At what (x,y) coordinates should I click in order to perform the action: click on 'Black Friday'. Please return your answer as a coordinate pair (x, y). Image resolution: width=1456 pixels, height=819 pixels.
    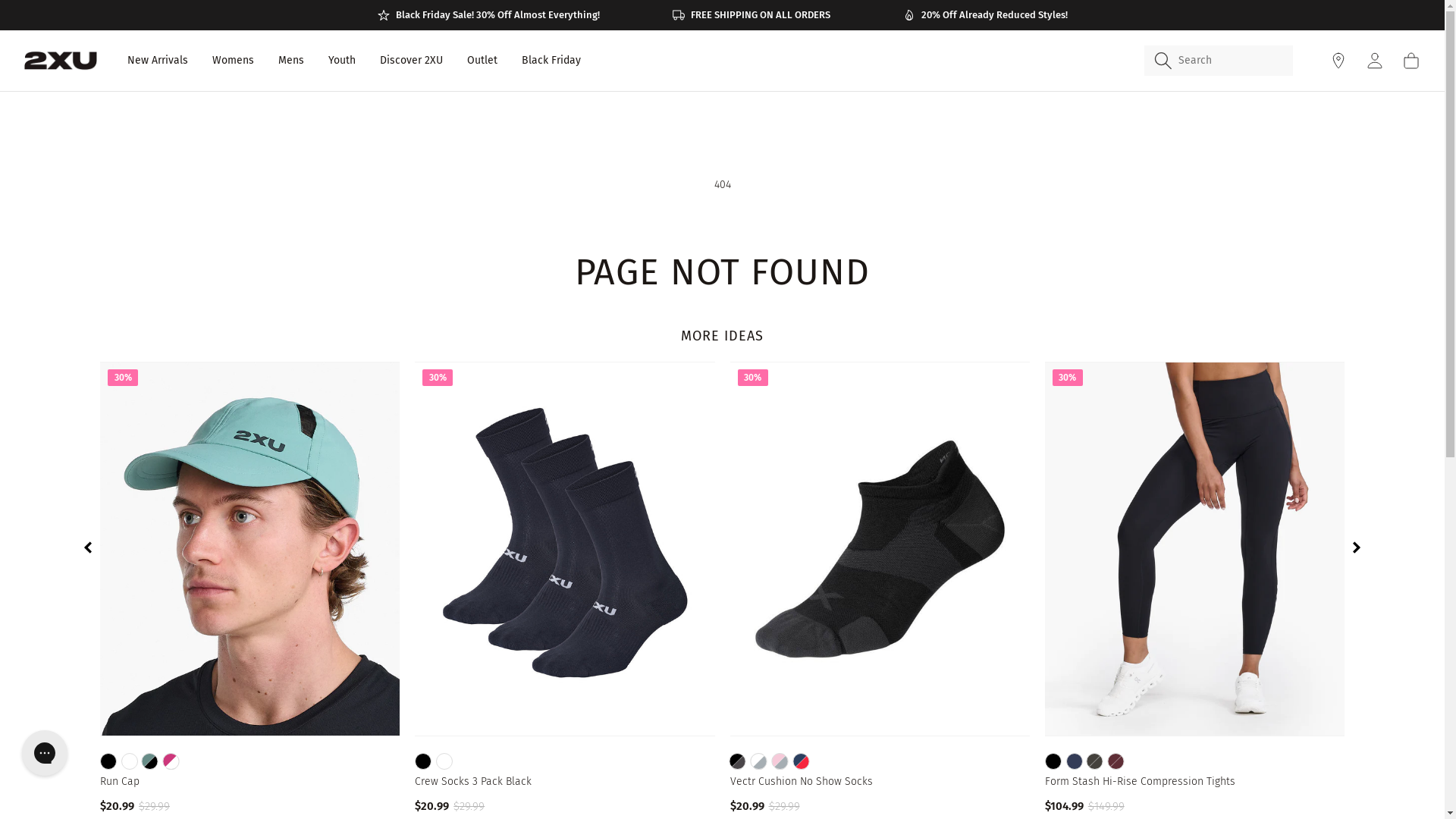
    Looking at the image, I should click on (550, 60).